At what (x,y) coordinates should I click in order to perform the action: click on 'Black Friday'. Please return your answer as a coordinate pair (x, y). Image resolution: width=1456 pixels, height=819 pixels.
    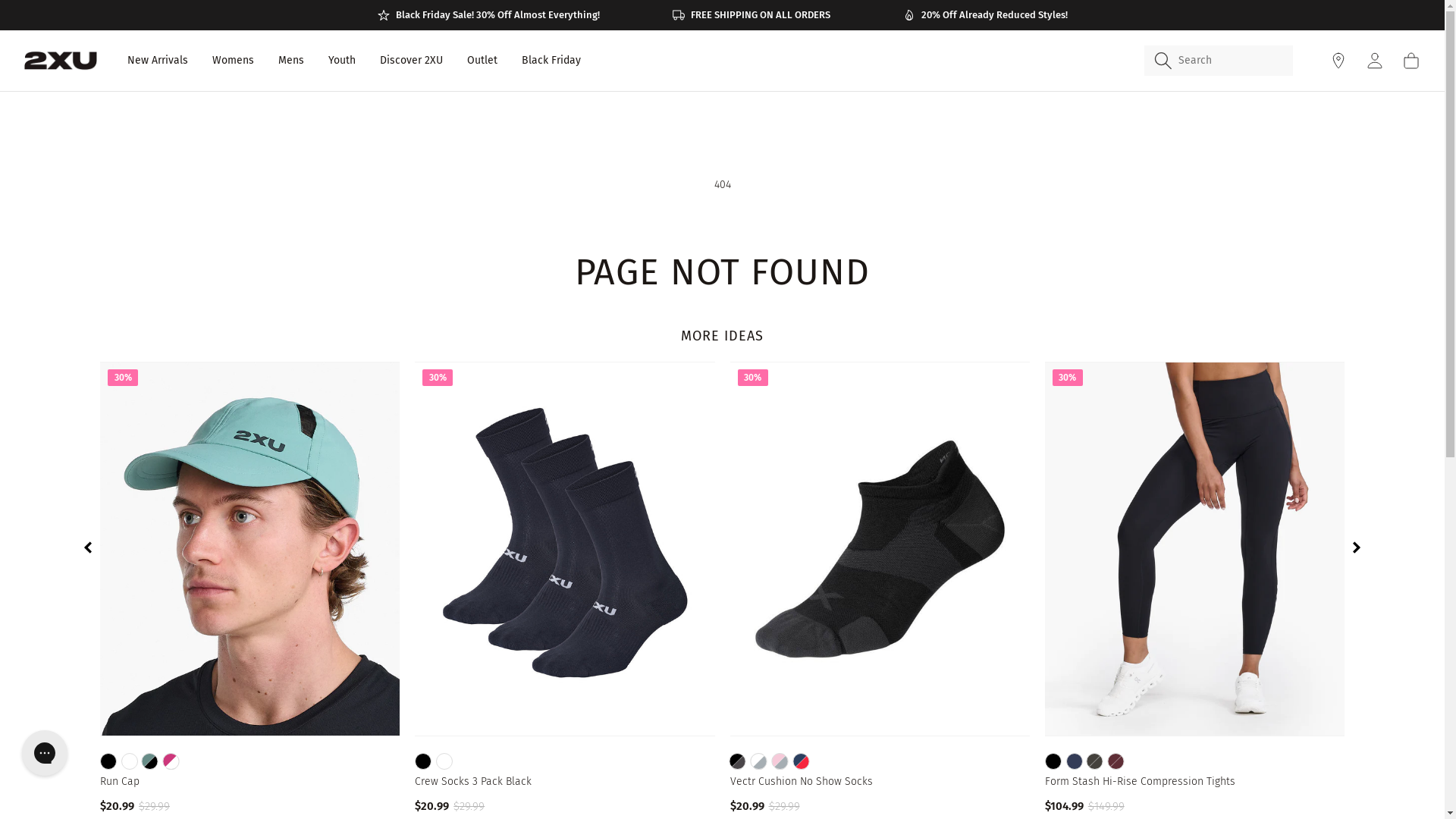
    Looking at the image, I should click on (550, 60).